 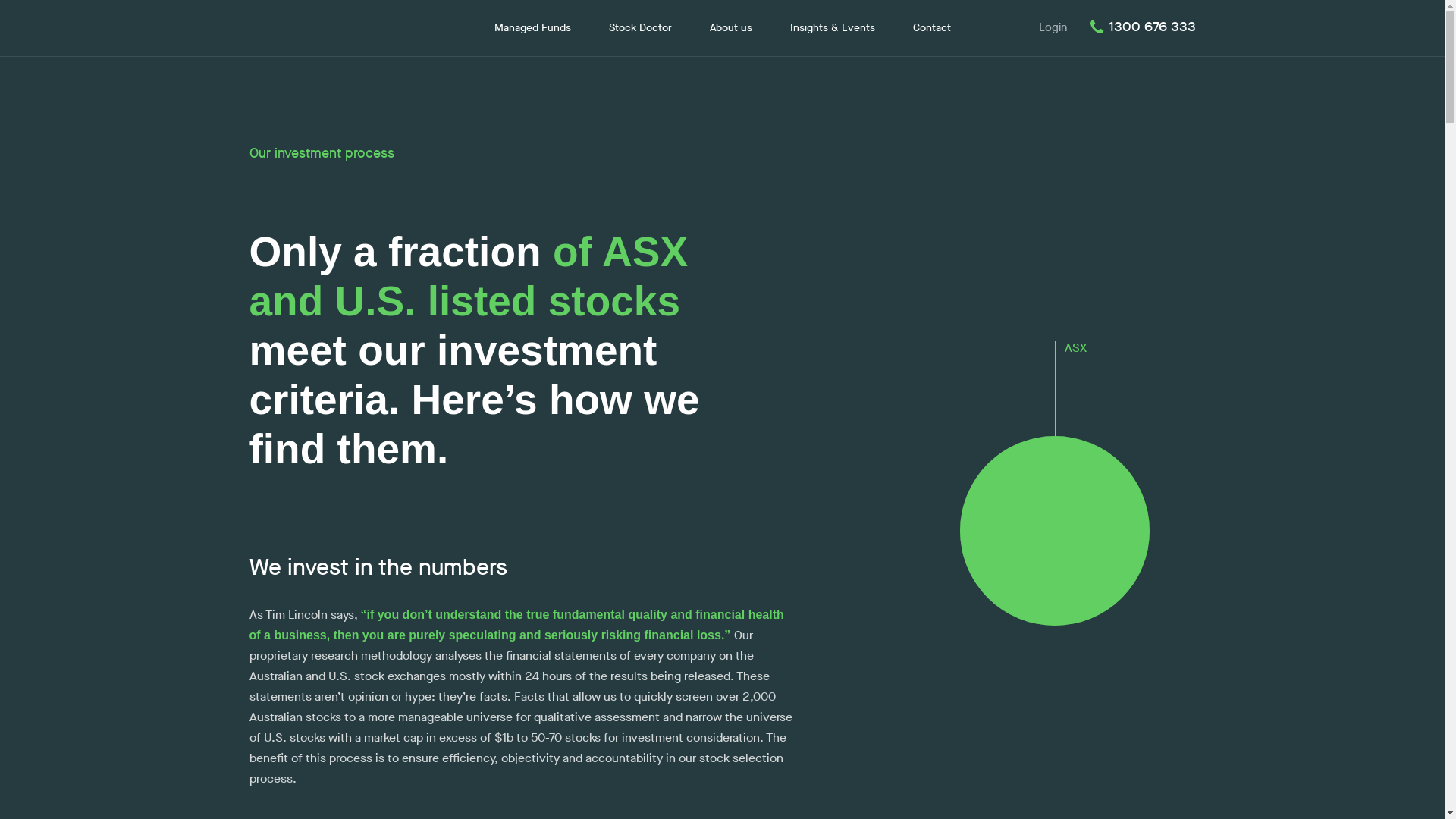 I want to click on '1300 676 333', so click(x=1140, y=27).